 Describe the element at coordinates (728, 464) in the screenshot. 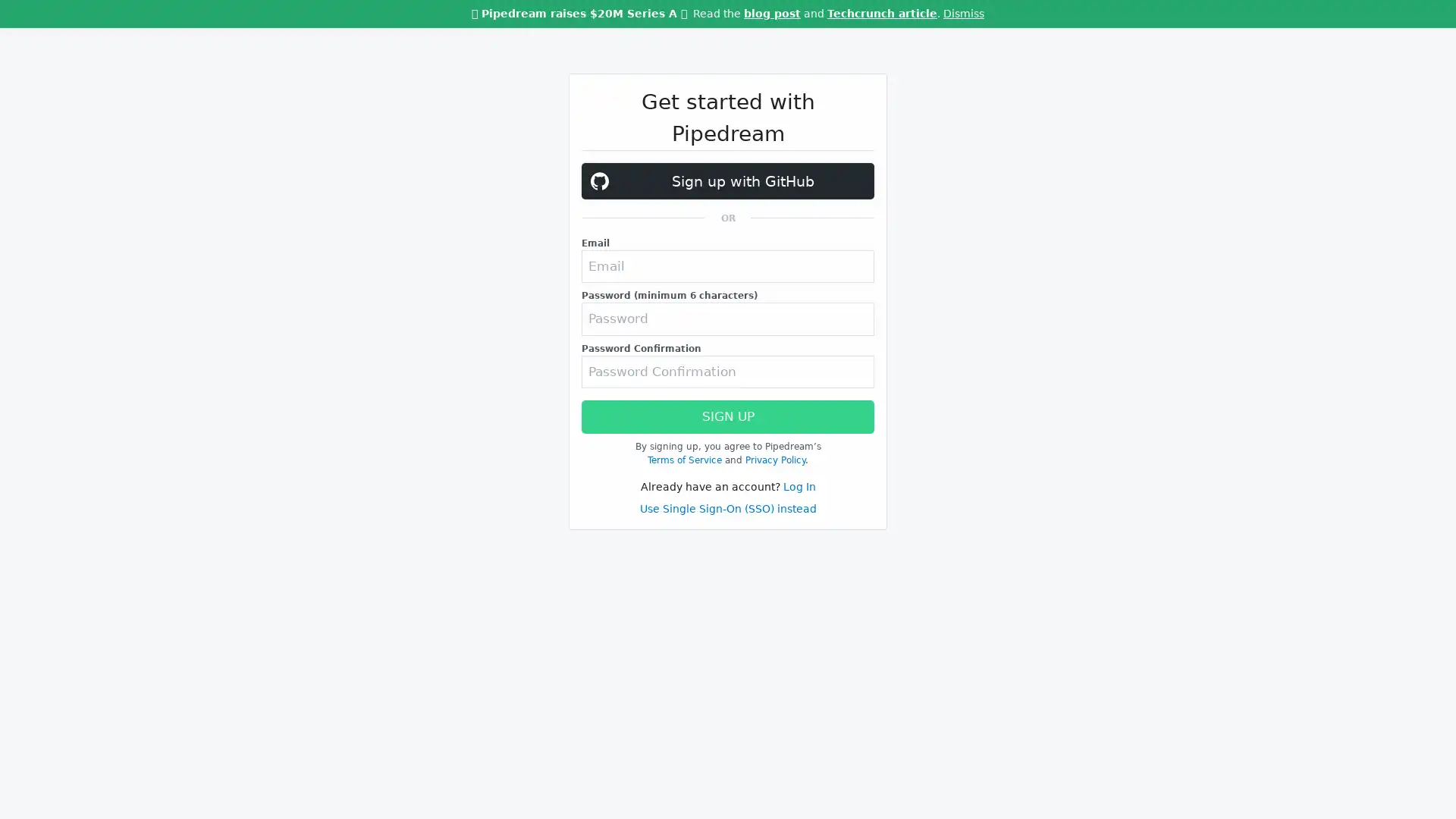

I see `SIGN UP` at that location.